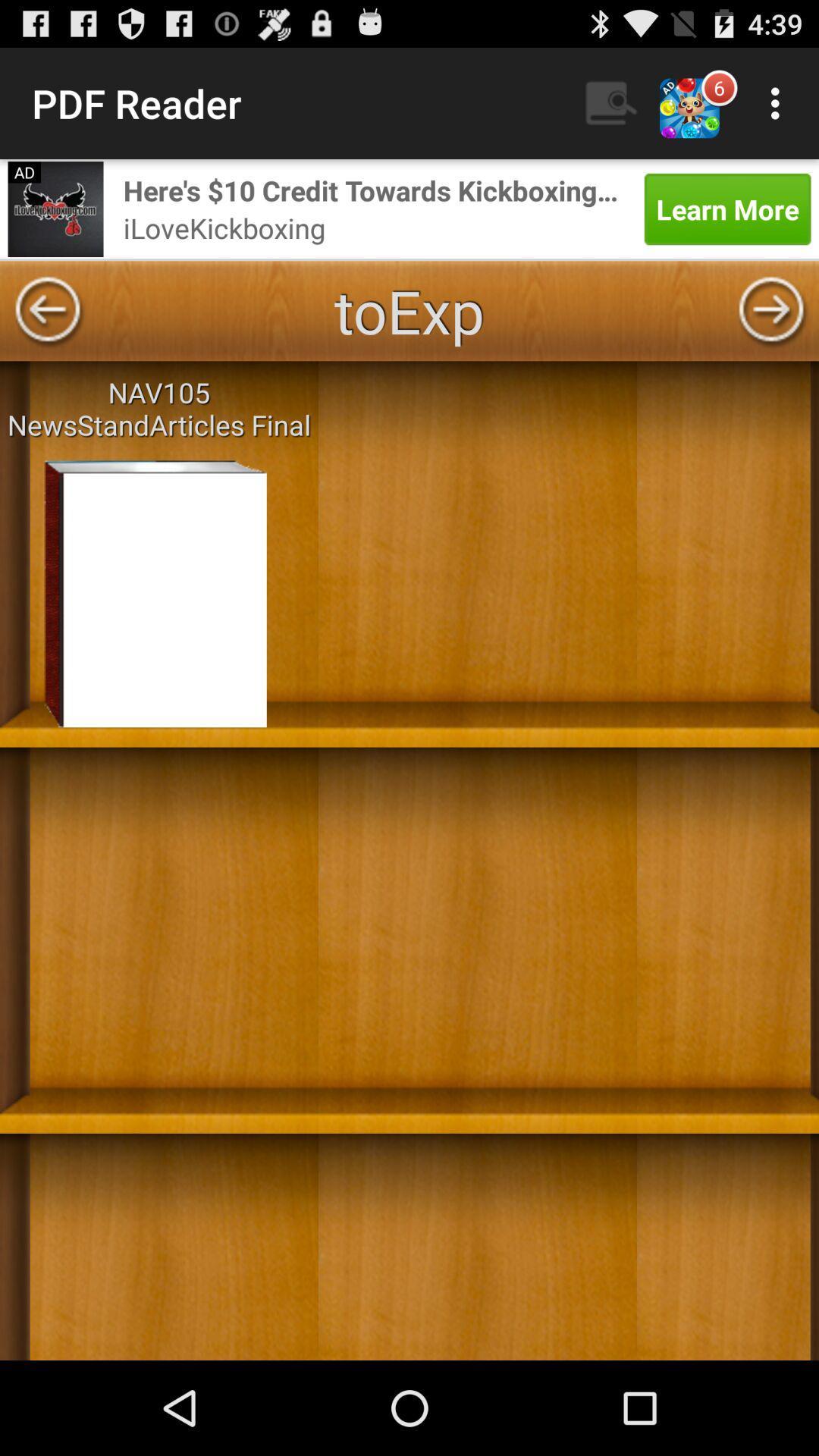 The width and height of the screenshot is (819, 1456). I want to click on next button, so click(771, 310).